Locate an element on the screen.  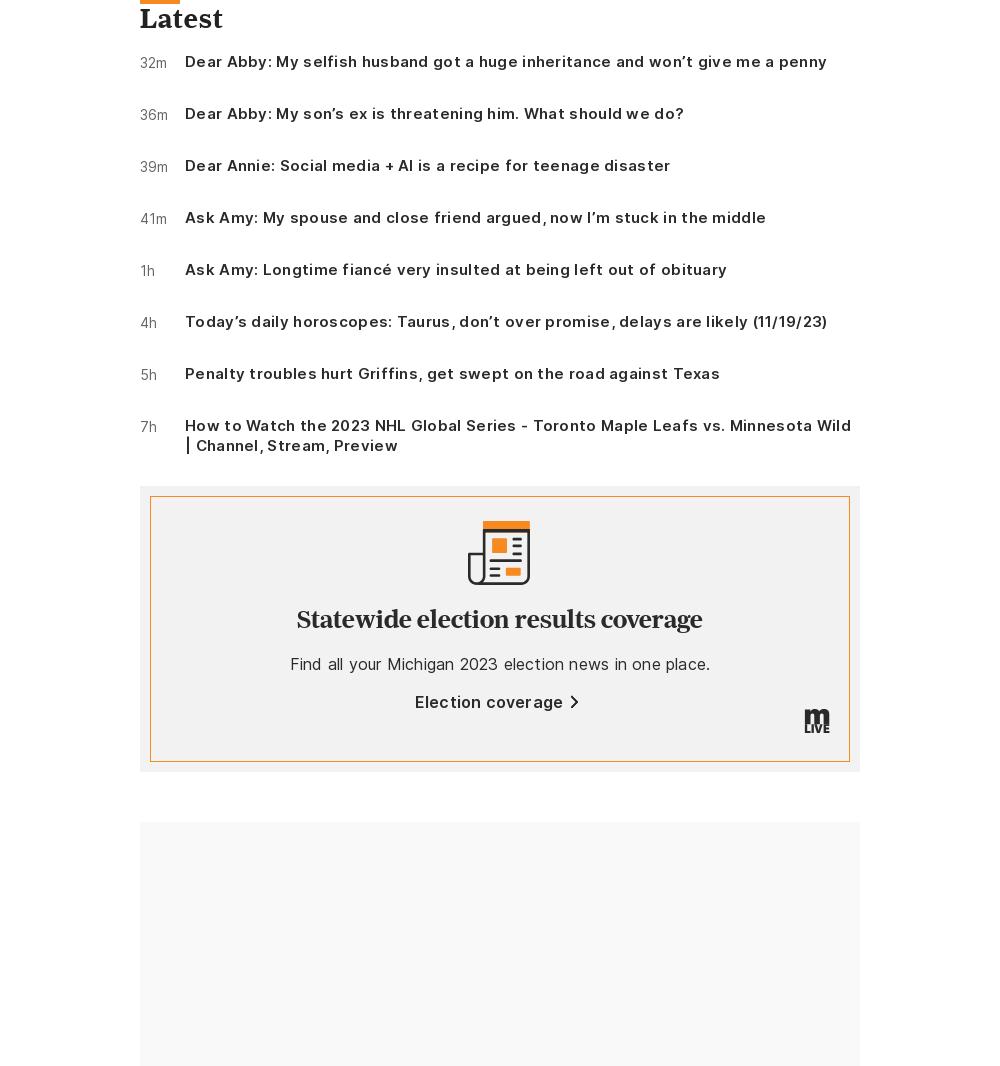
'41m' is located at coordinates (153, 217).